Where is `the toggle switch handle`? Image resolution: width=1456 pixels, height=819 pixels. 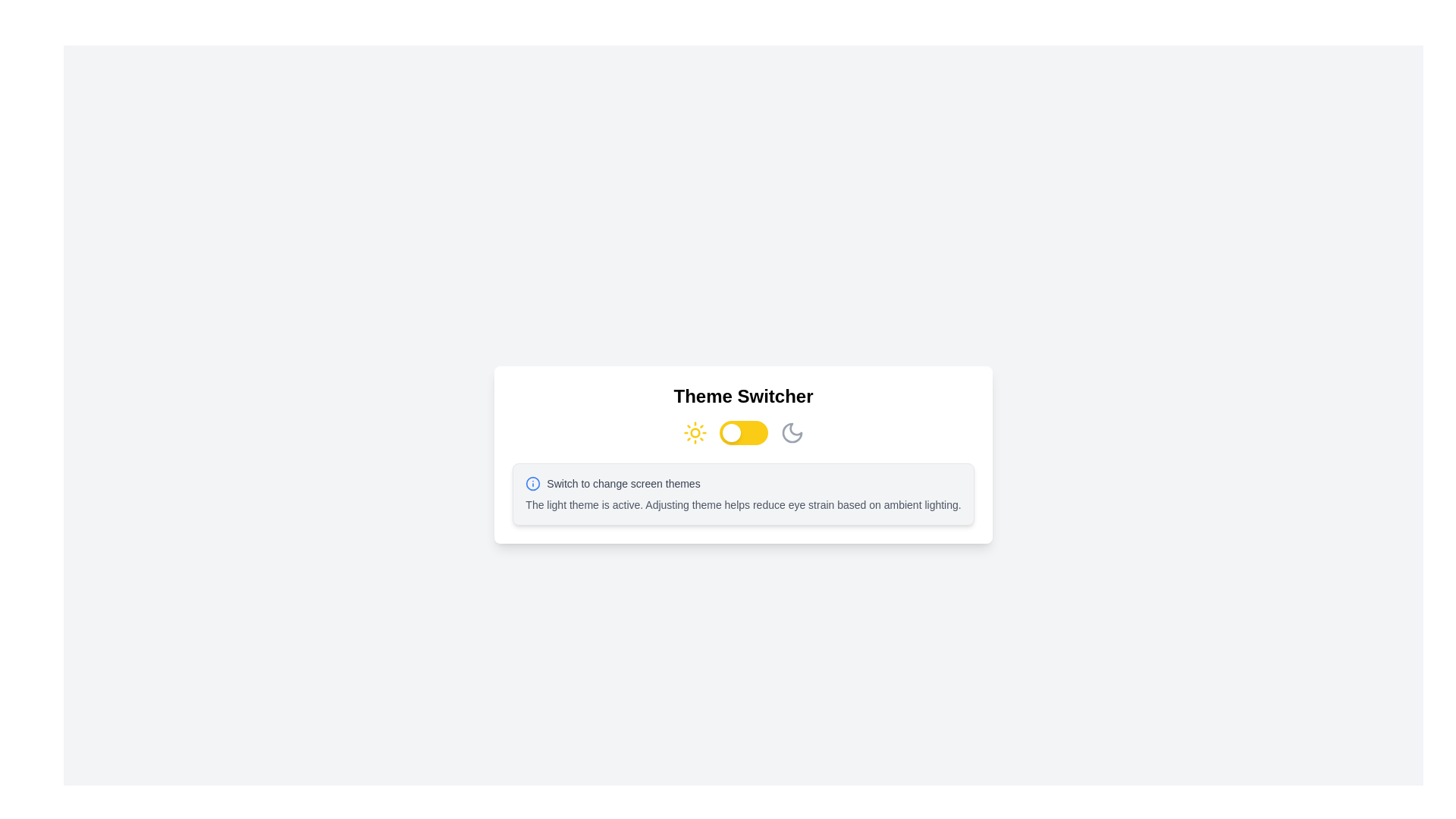
the toggle switch handle is located at coordinates (731, 432).